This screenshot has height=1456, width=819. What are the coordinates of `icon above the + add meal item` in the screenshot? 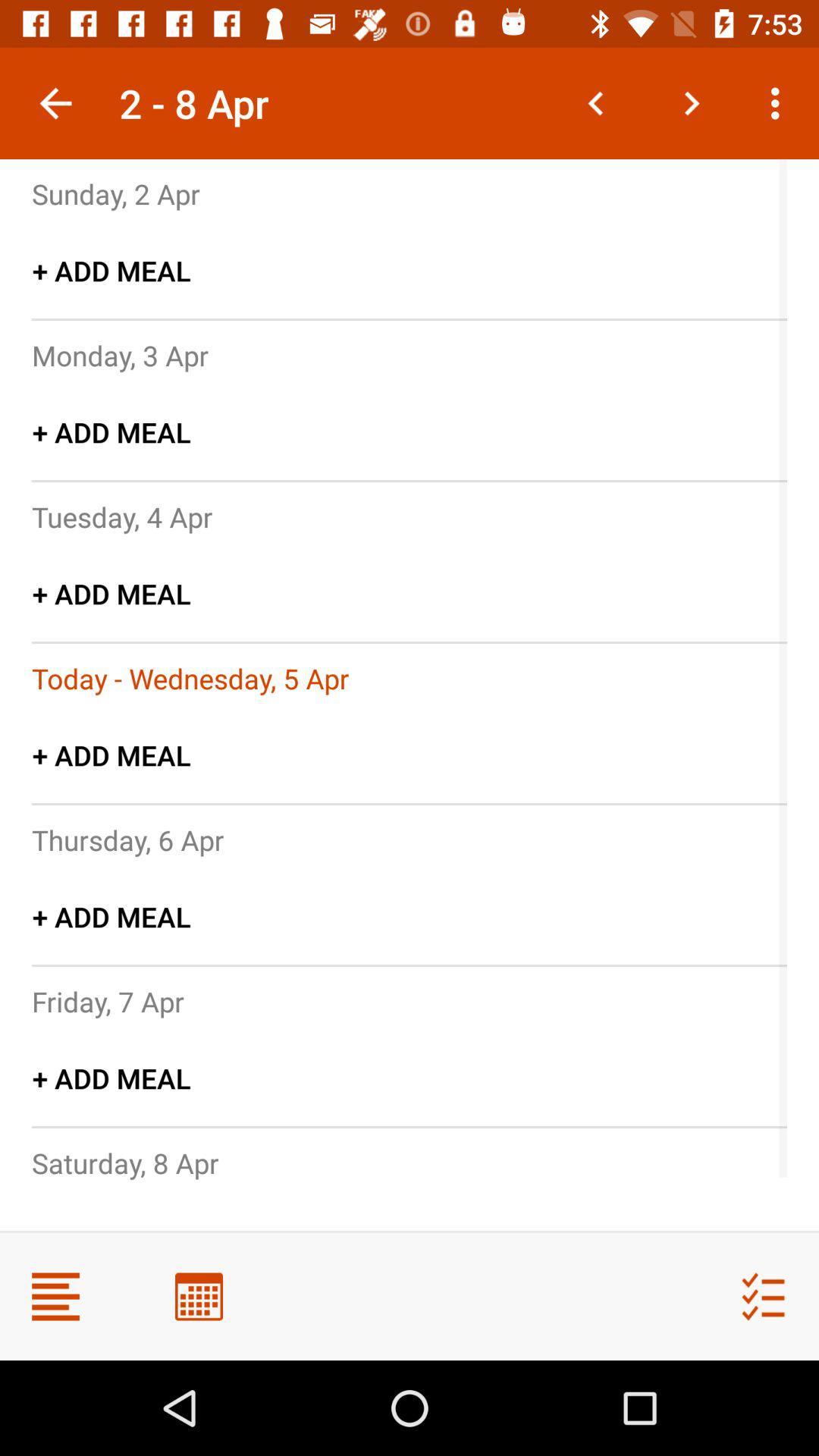 It's located at (119, 354).